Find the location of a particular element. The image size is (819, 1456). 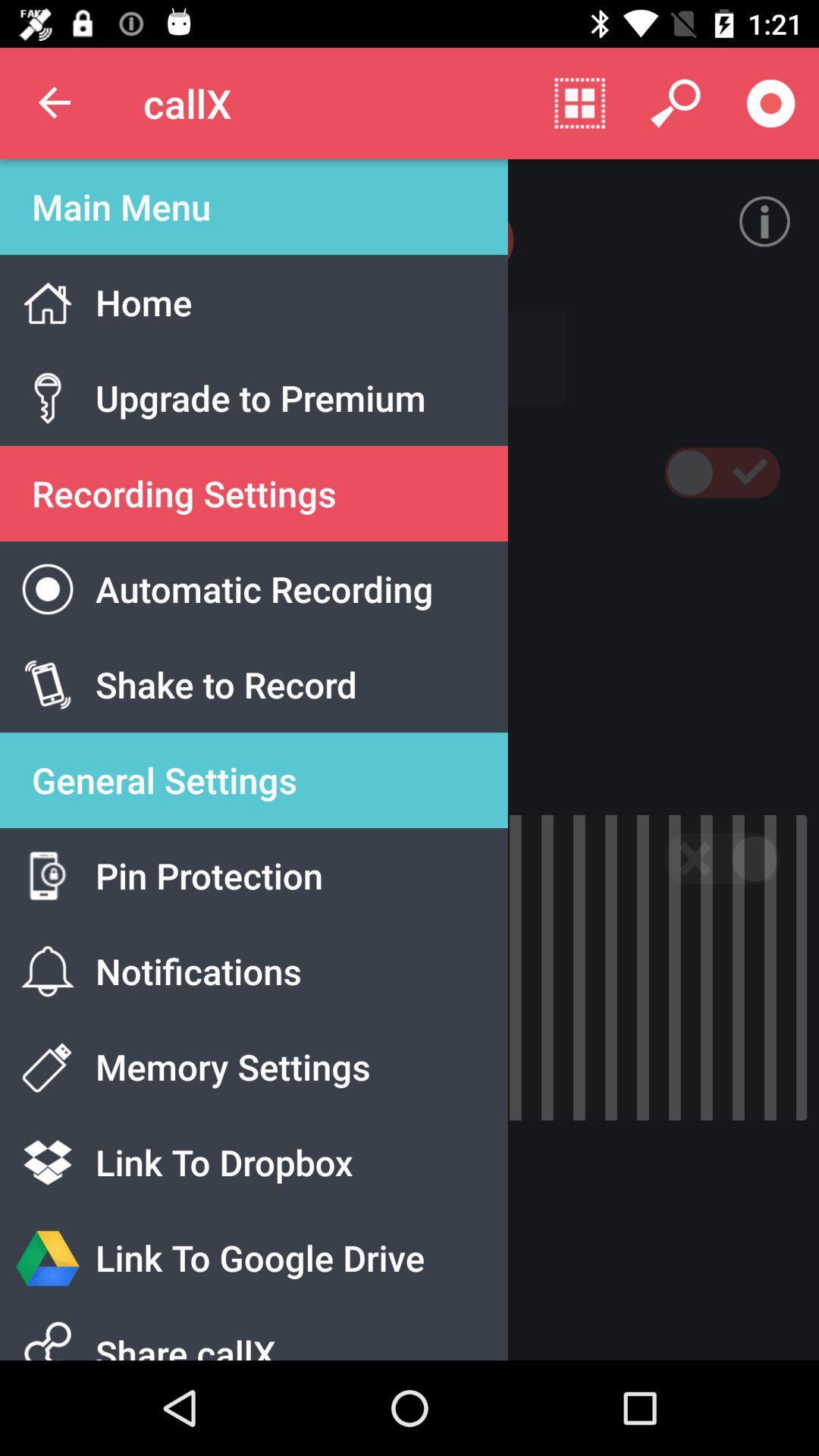

the info icon is located at coordinates (764, 221).